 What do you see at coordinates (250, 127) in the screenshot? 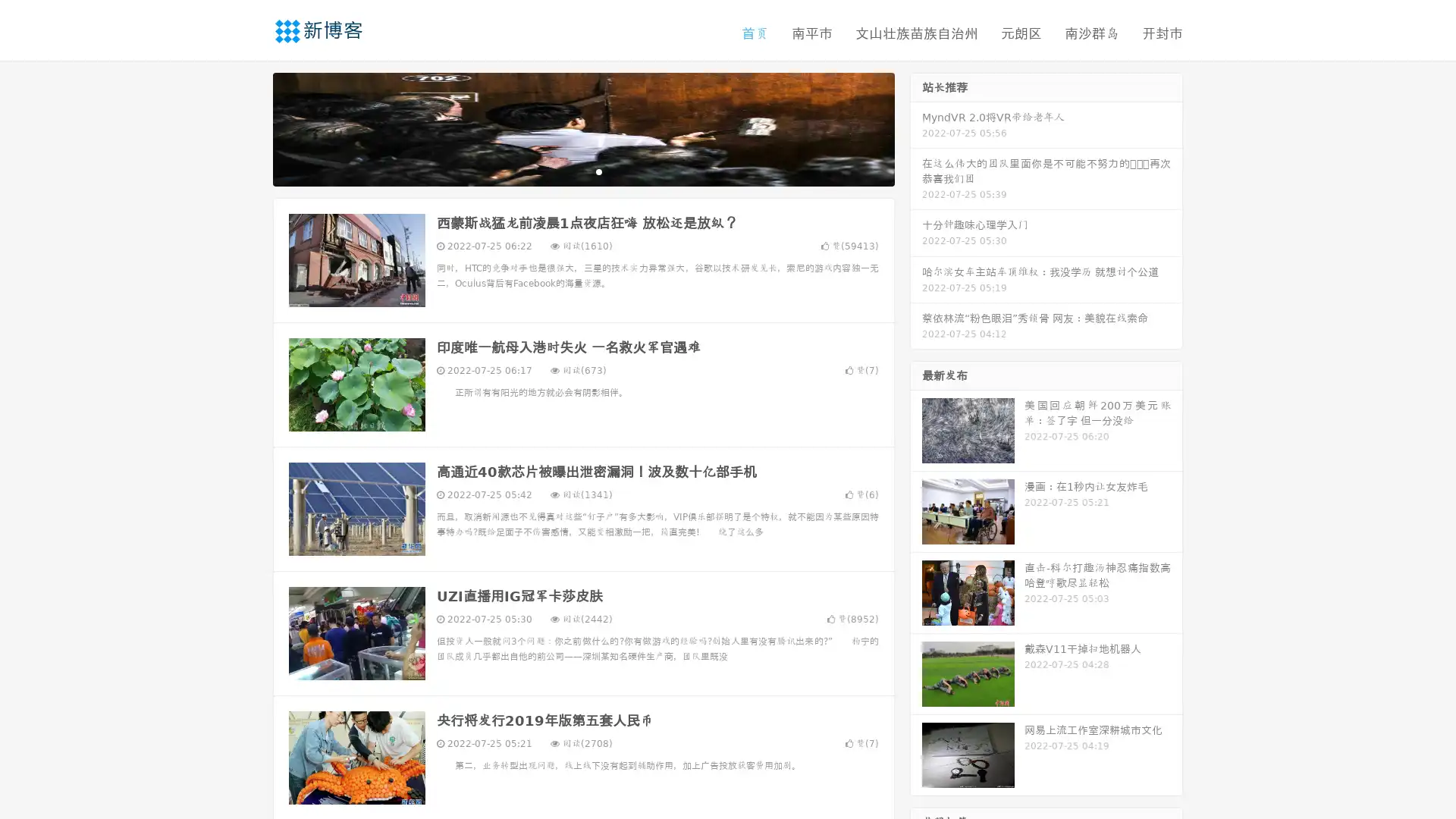
I see `Previous slide` at bounding box center [250, 127].